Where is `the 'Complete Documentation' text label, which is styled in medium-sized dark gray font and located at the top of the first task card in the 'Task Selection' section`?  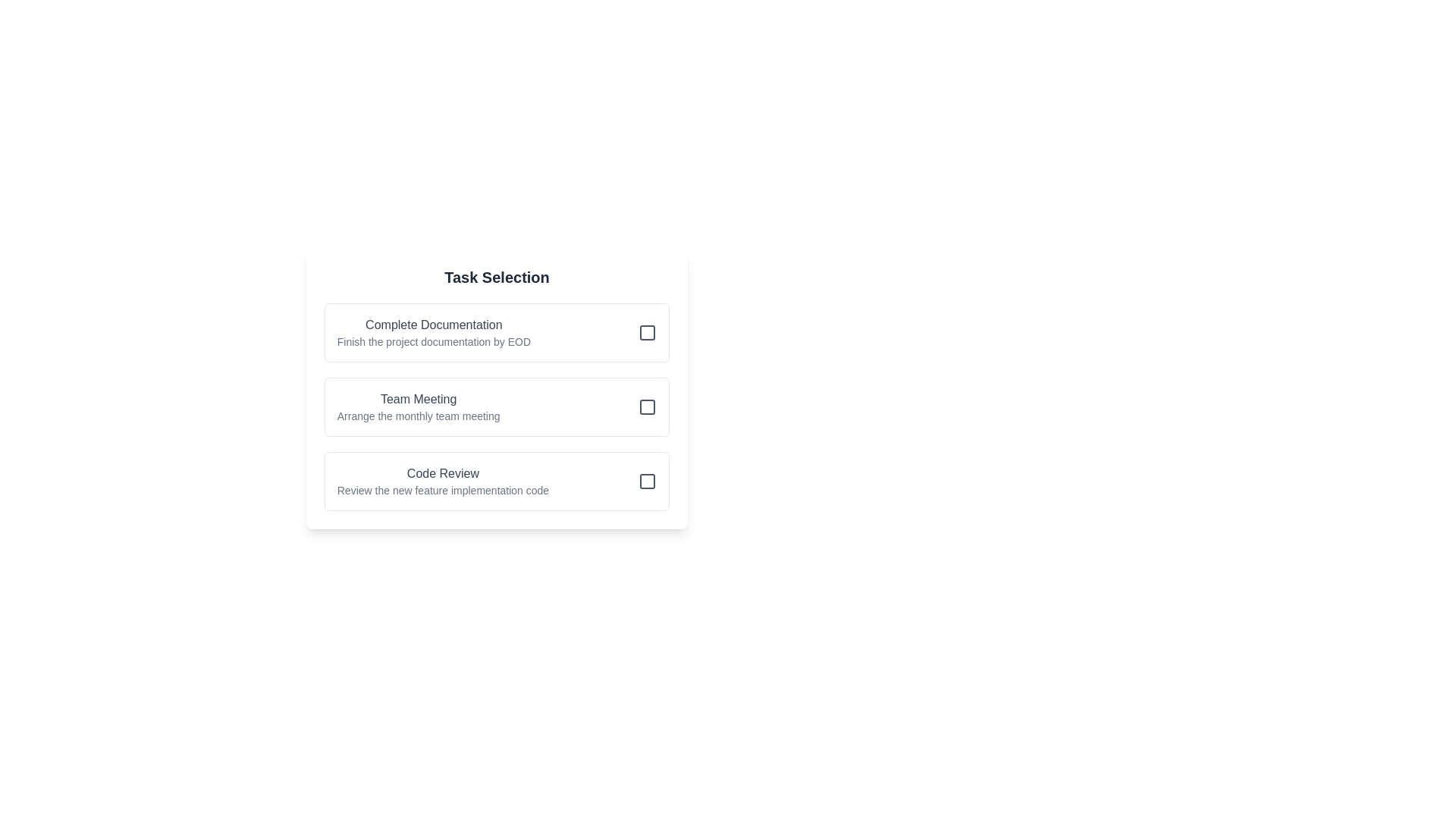
the 'Complete Documentation' text label, which is styled in medium-sized dark gray font and located at the top of the first task card in the 'Task Selection' section is located at coordinates (433, 324).